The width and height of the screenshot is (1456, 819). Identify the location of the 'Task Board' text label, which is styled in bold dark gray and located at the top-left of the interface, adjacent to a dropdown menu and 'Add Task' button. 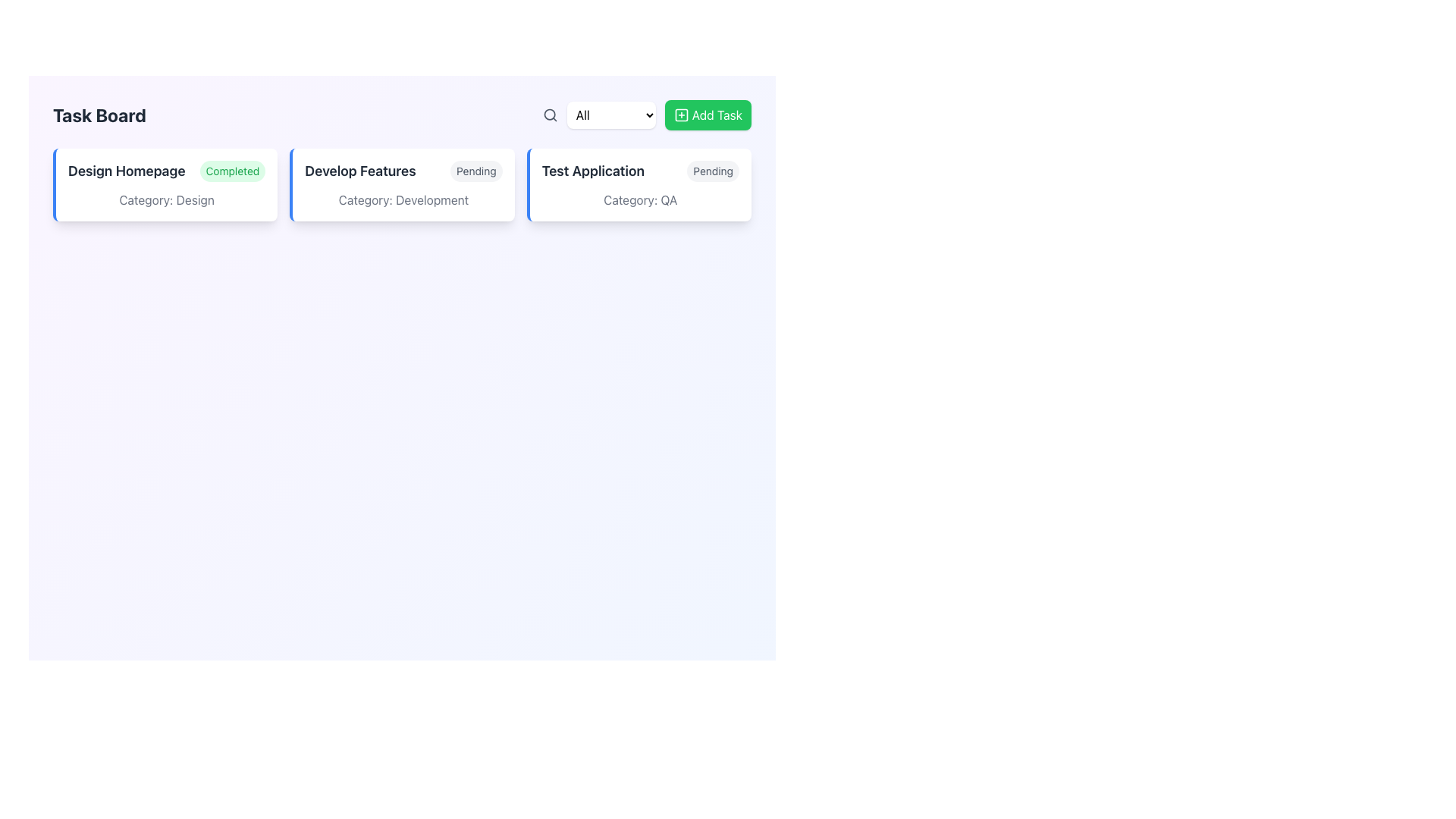
(99, 114).